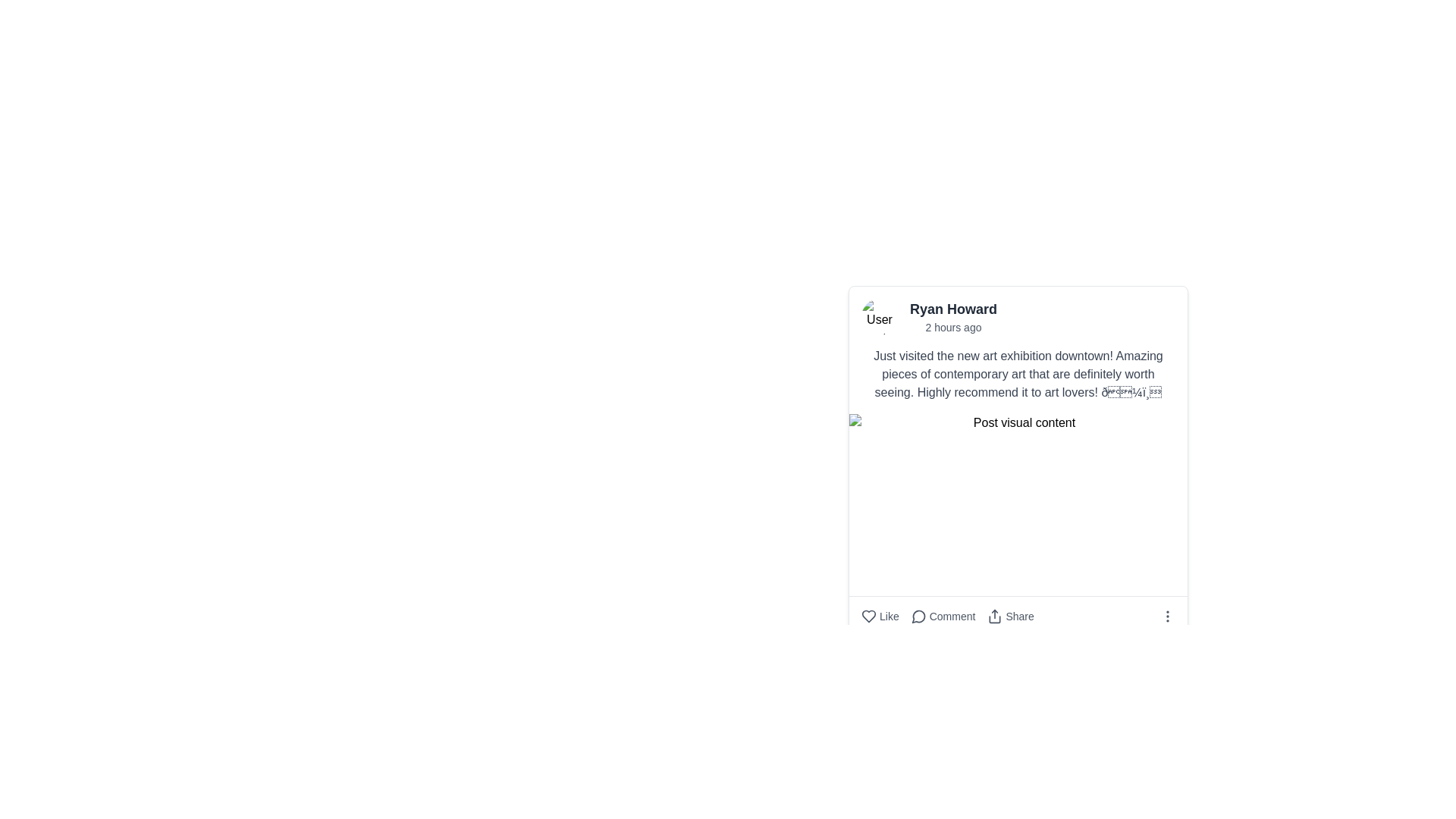  What do you see at coordinates (1018, 350) in the screenshot?
I see `content displayed in the Content Display Section which includes the username 'Ryan Howard', a timestamp '2 hours ago', and a detailed post about a new art exhibition` at bounding box center [1018, 350].